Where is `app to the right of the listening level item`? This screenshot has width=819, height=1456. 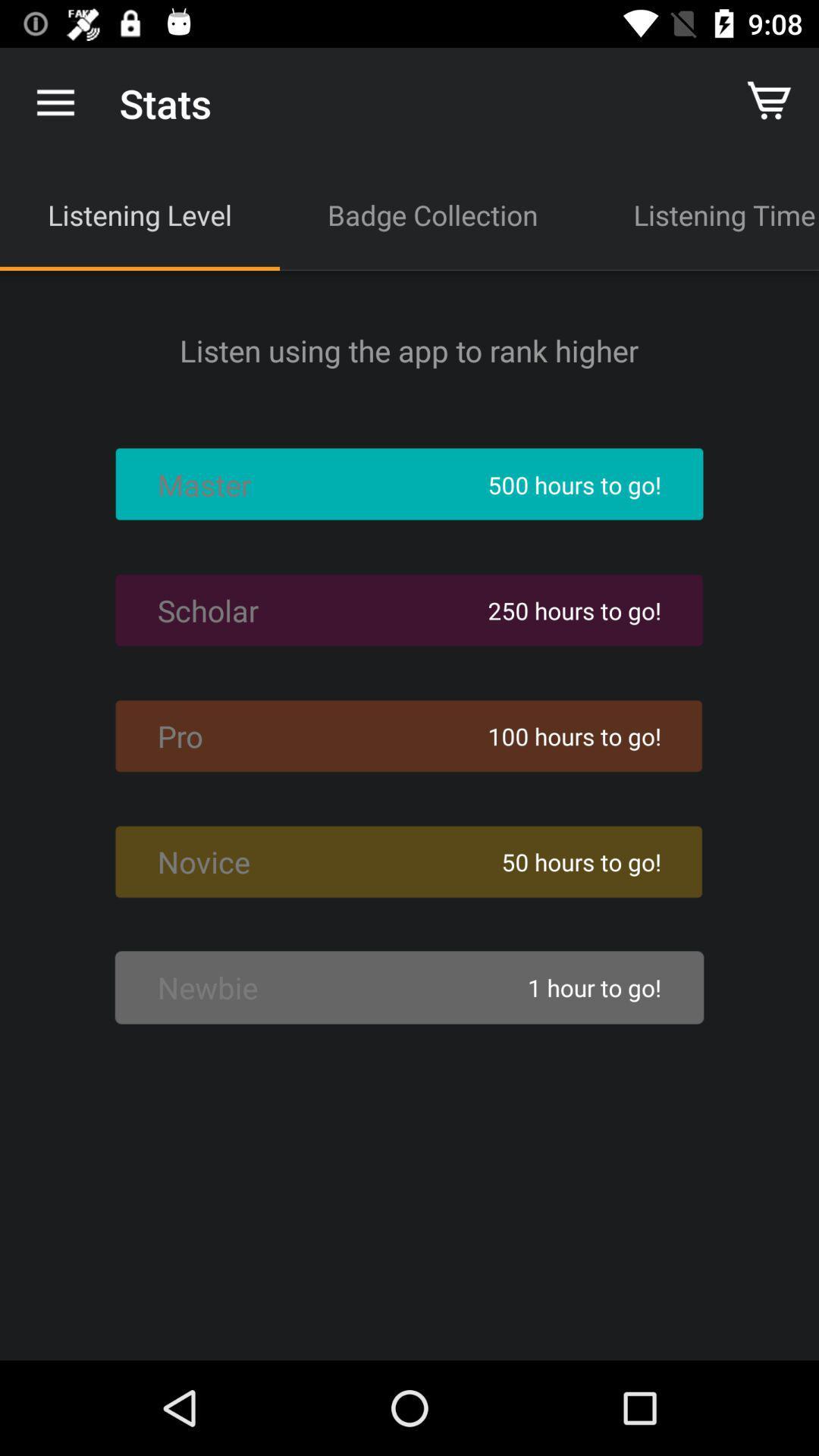
app to the right of the listening level item is located at coordinates (432, 214).